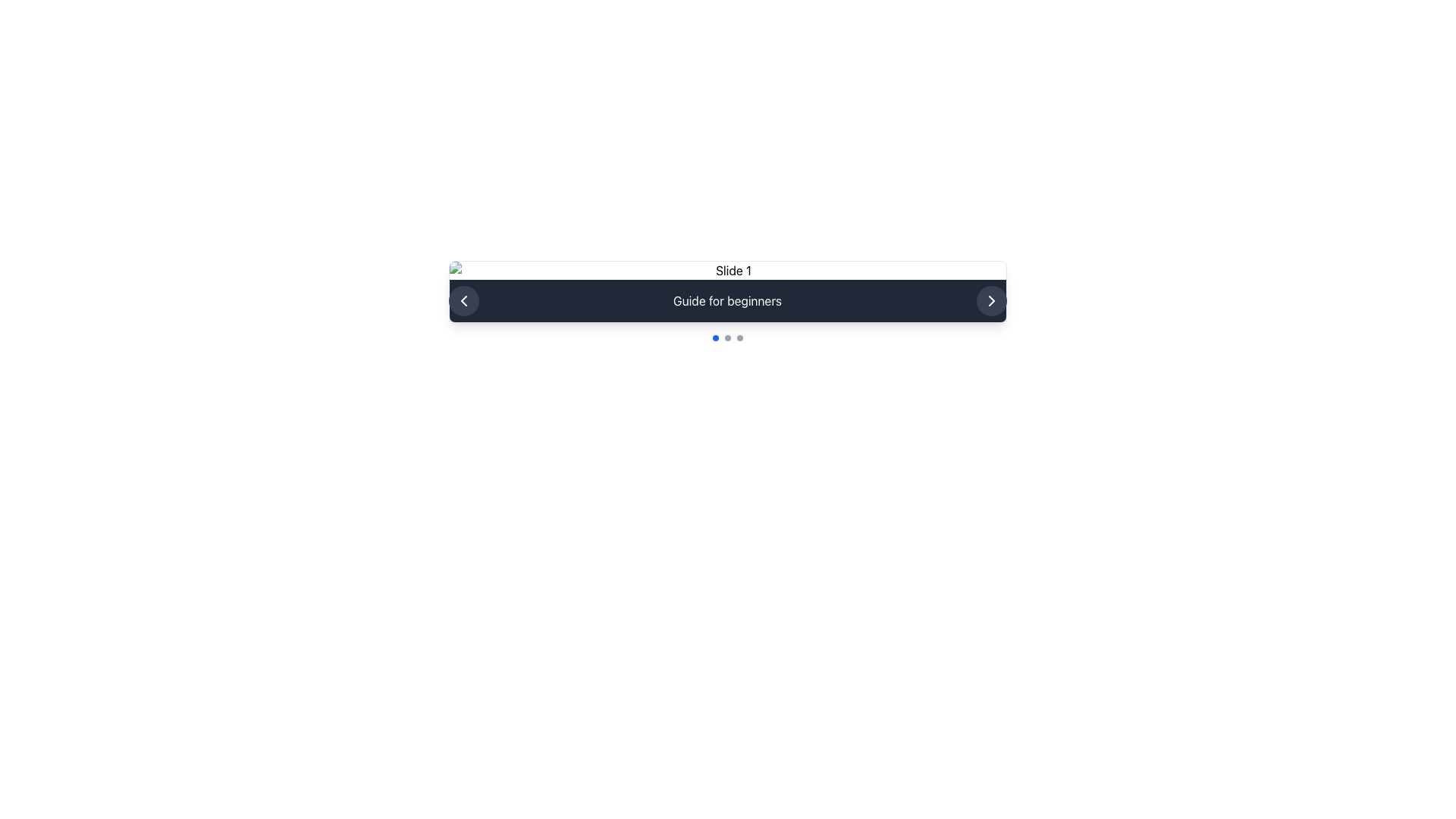  I want to click on the right-pointing arrow icon button on the right end of the horizontal navigation bar, so click(991, 301).